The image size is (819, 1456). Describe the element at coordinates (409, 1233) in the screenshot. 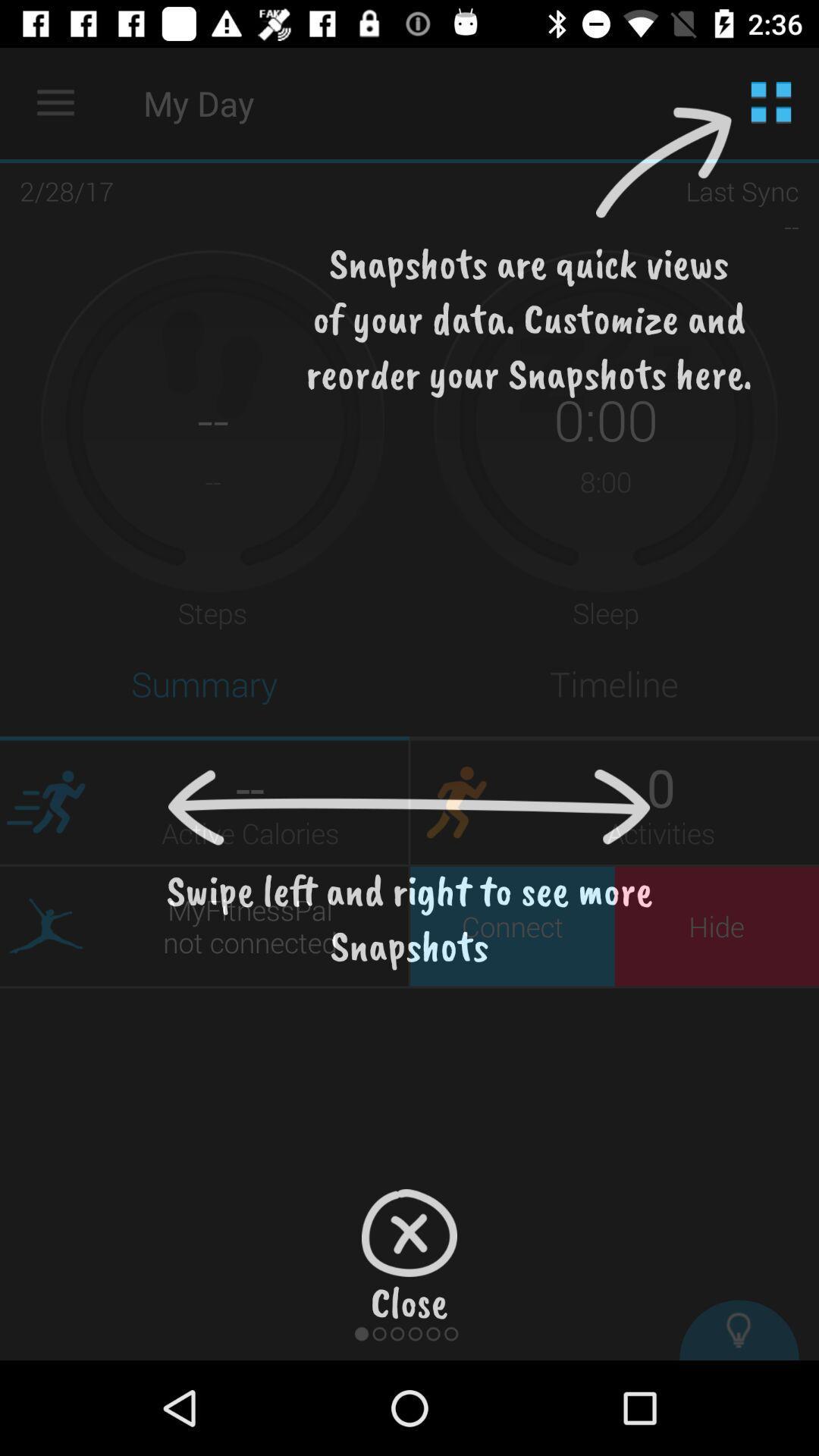

I see `the close icon` at that location.